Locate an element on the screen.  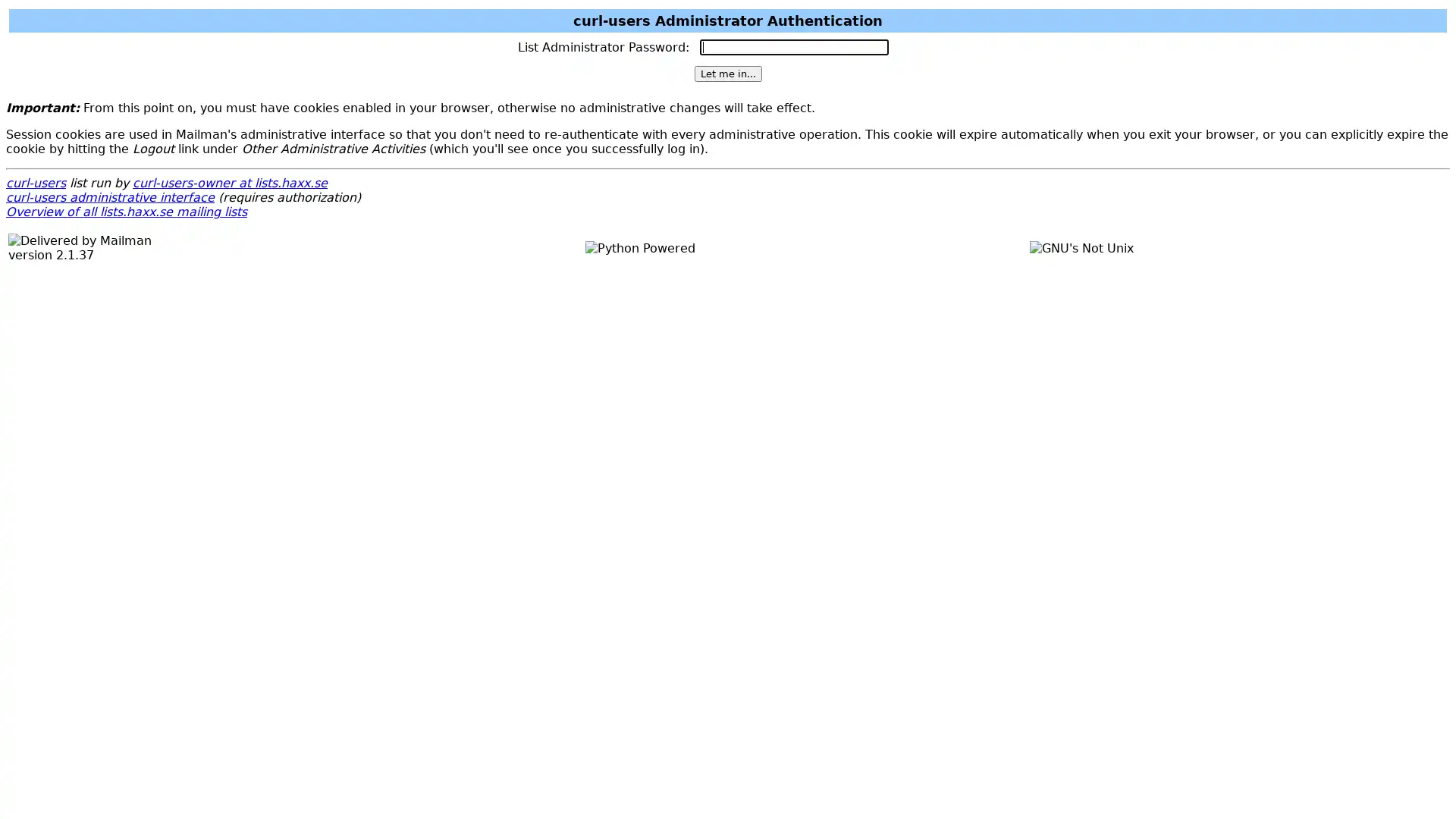
Let me in... is located at coordinates (726, 74).